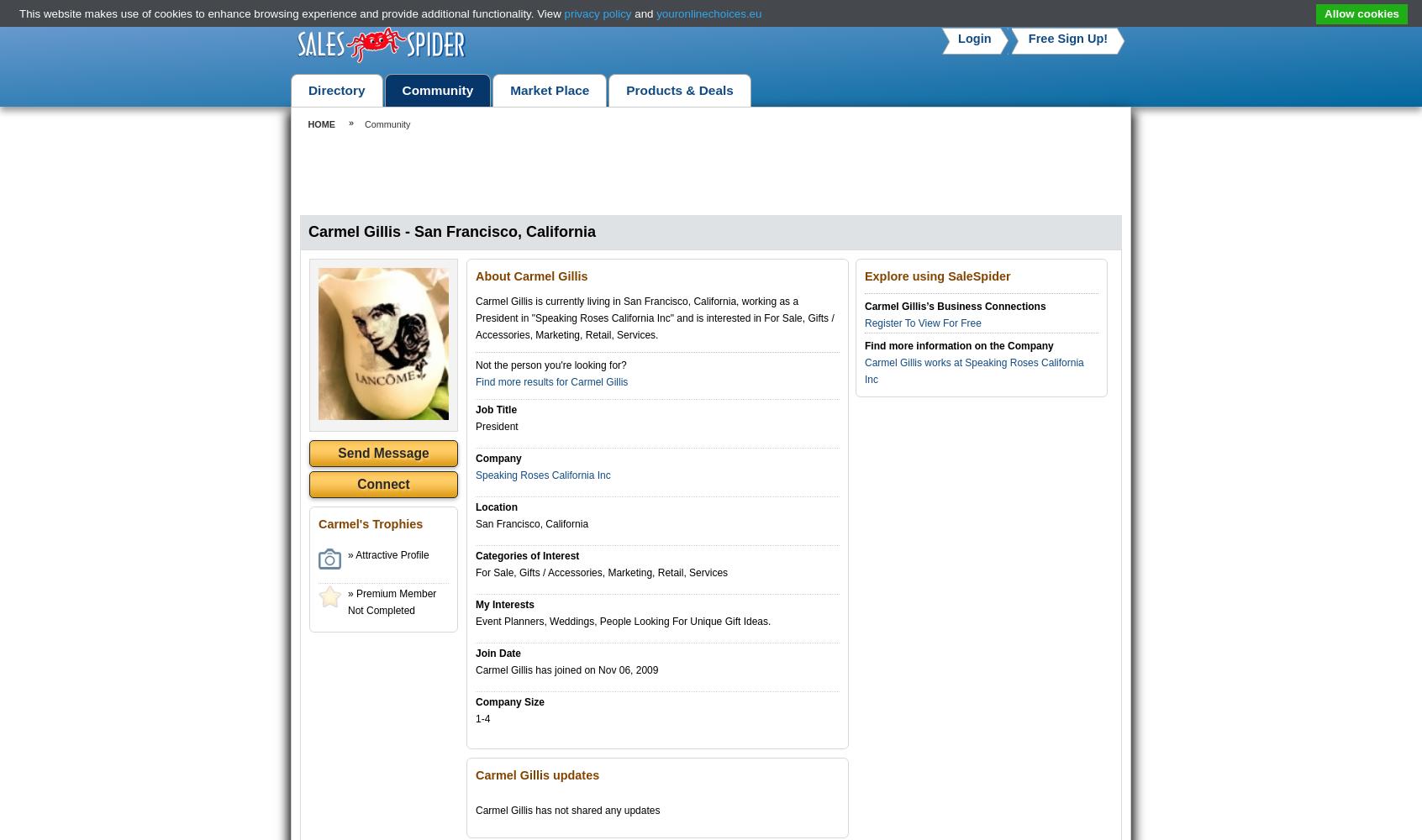 Image resolution: width=1422 pixels, height=840 pixels. What do you see at coordinates (957, 346) in the screenshot?
I see `'Find more information on the Company'` at bounding box center [957, 346].